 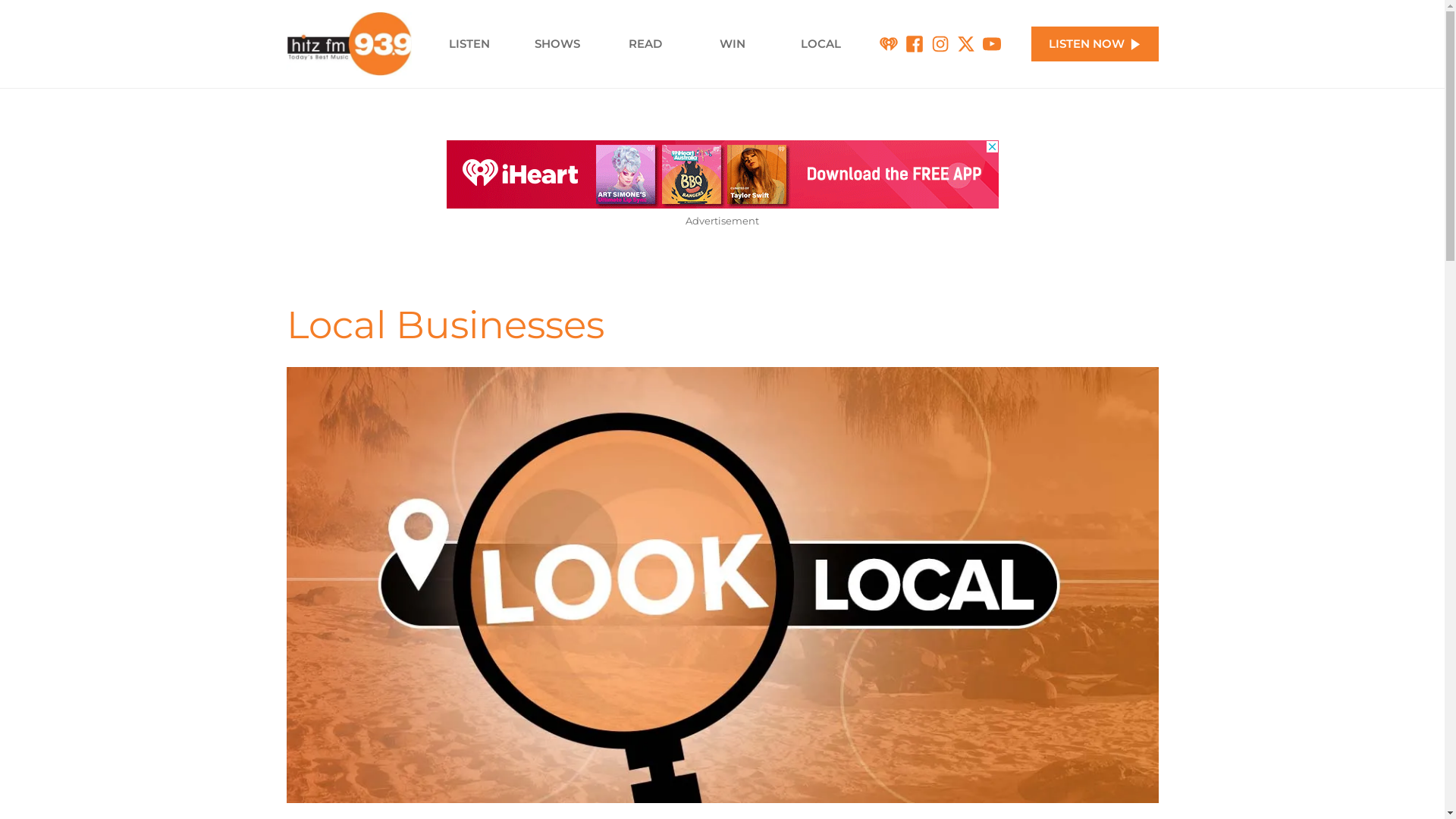 What do you see at coordinates (992, 43) in the screenshot?
I see `'YouTube'` at bounding box center [992, 43].